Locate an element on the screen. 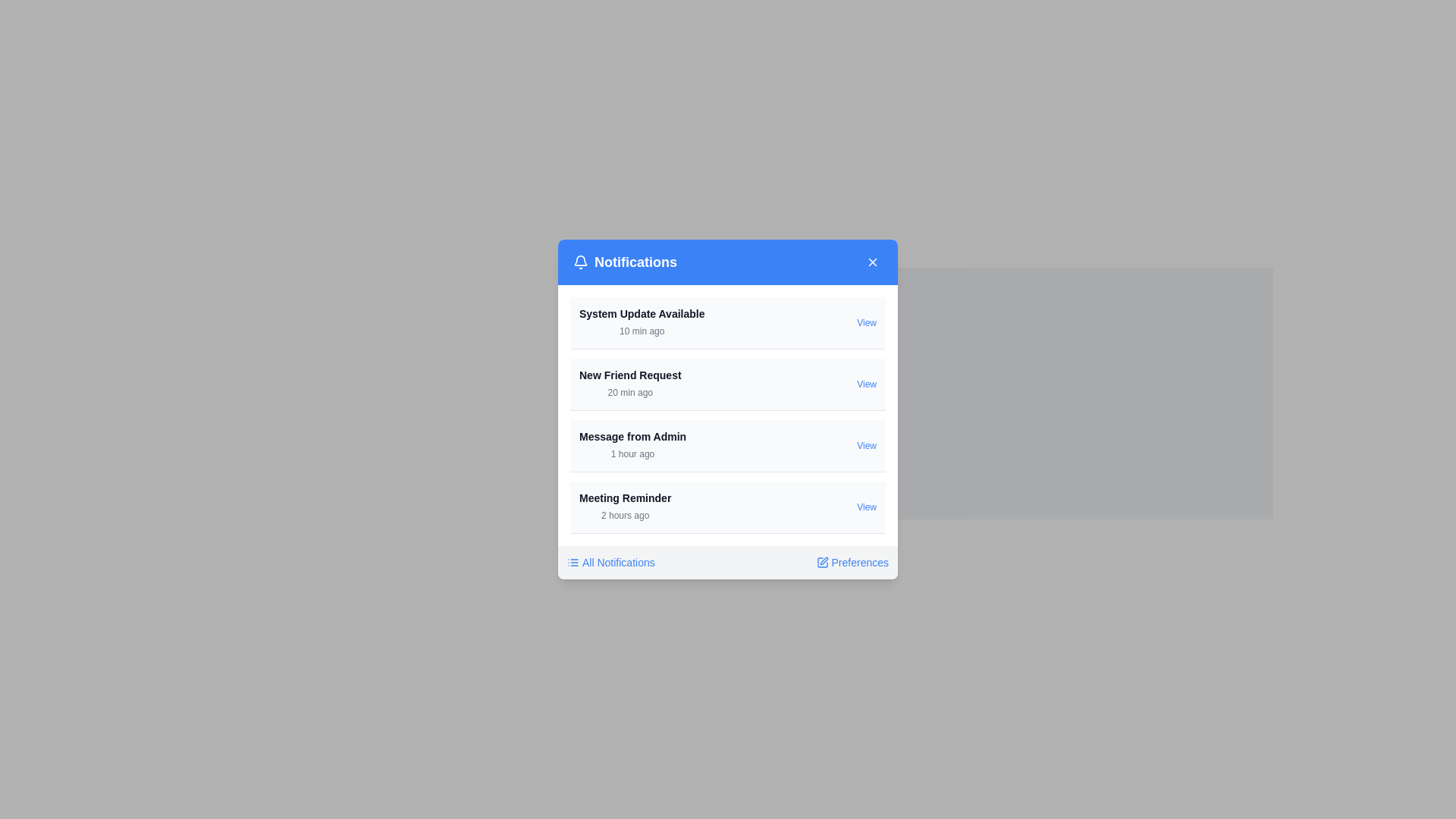 Image resolution: width=1456 pixels, height=819 pixels. the text label displaying 'System Update Available' in dark gray, located at the top of the notification panel is located at coordinates (642, 312).